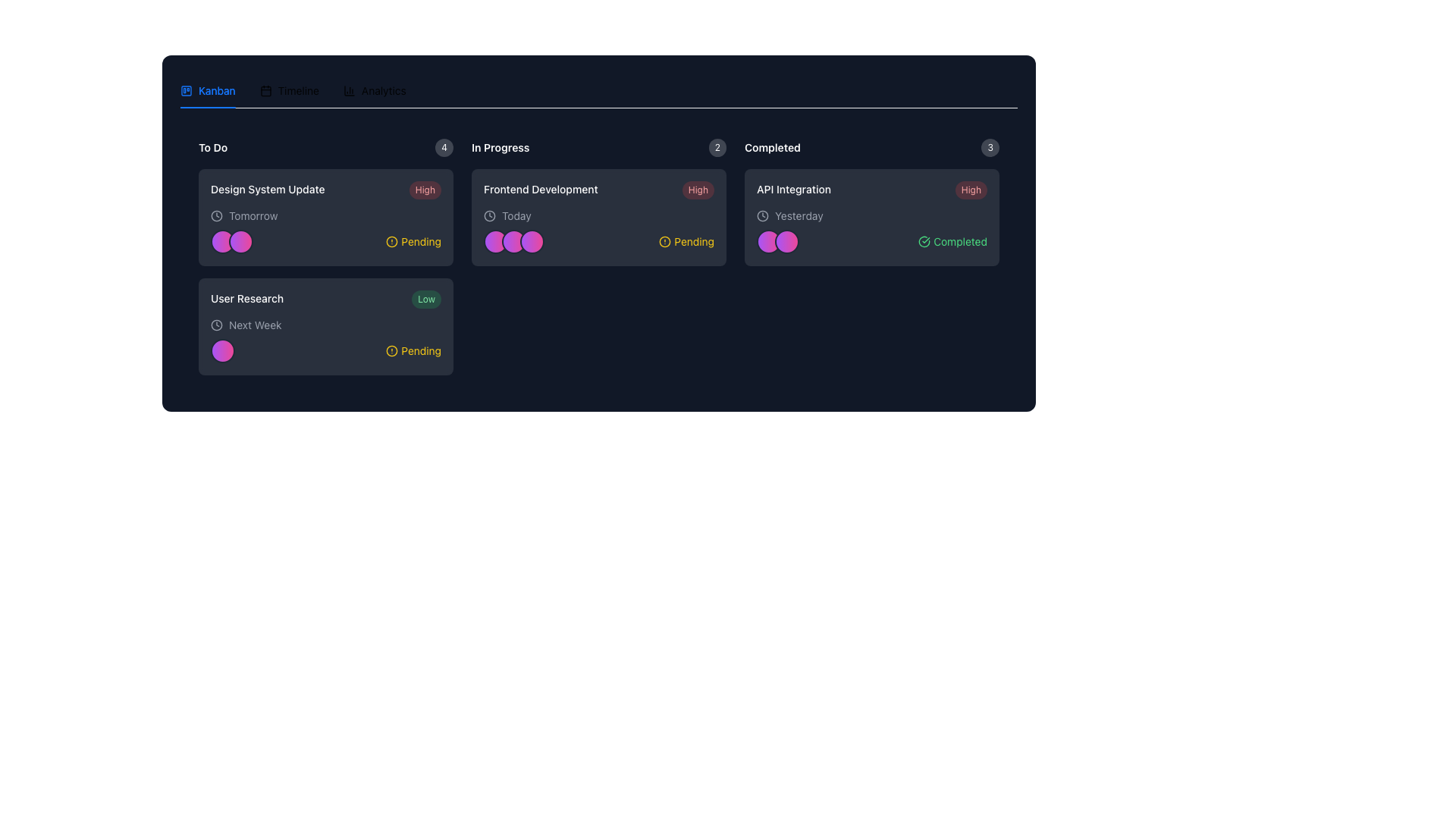  Describe the element at coordinates (786, 241) in the screenshot. I see `the second circle in the pair located on the right side of the 'Completed' section card labeled 'API Integration'` at that location.